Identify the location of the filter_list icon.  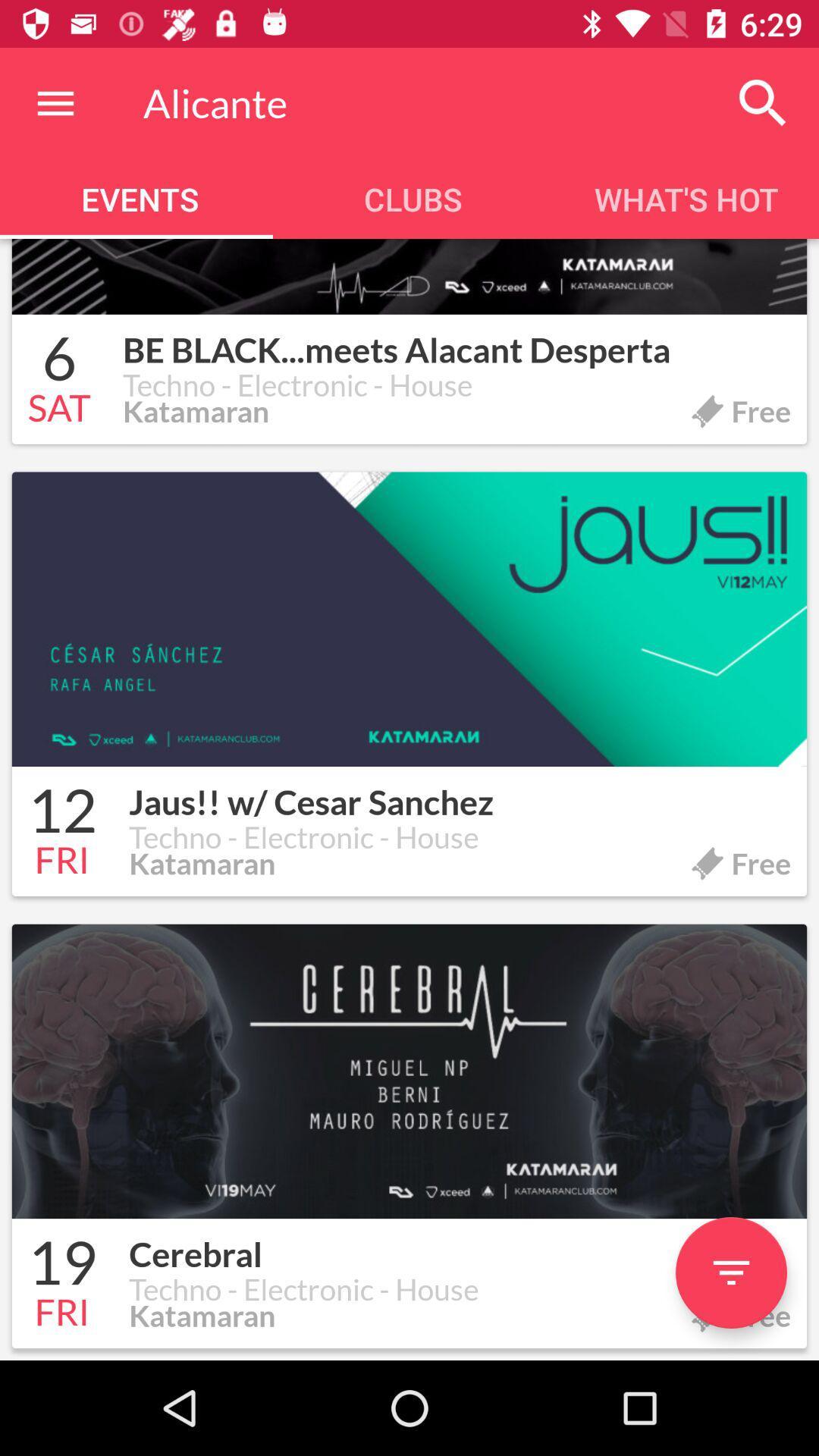
(730, 1272).